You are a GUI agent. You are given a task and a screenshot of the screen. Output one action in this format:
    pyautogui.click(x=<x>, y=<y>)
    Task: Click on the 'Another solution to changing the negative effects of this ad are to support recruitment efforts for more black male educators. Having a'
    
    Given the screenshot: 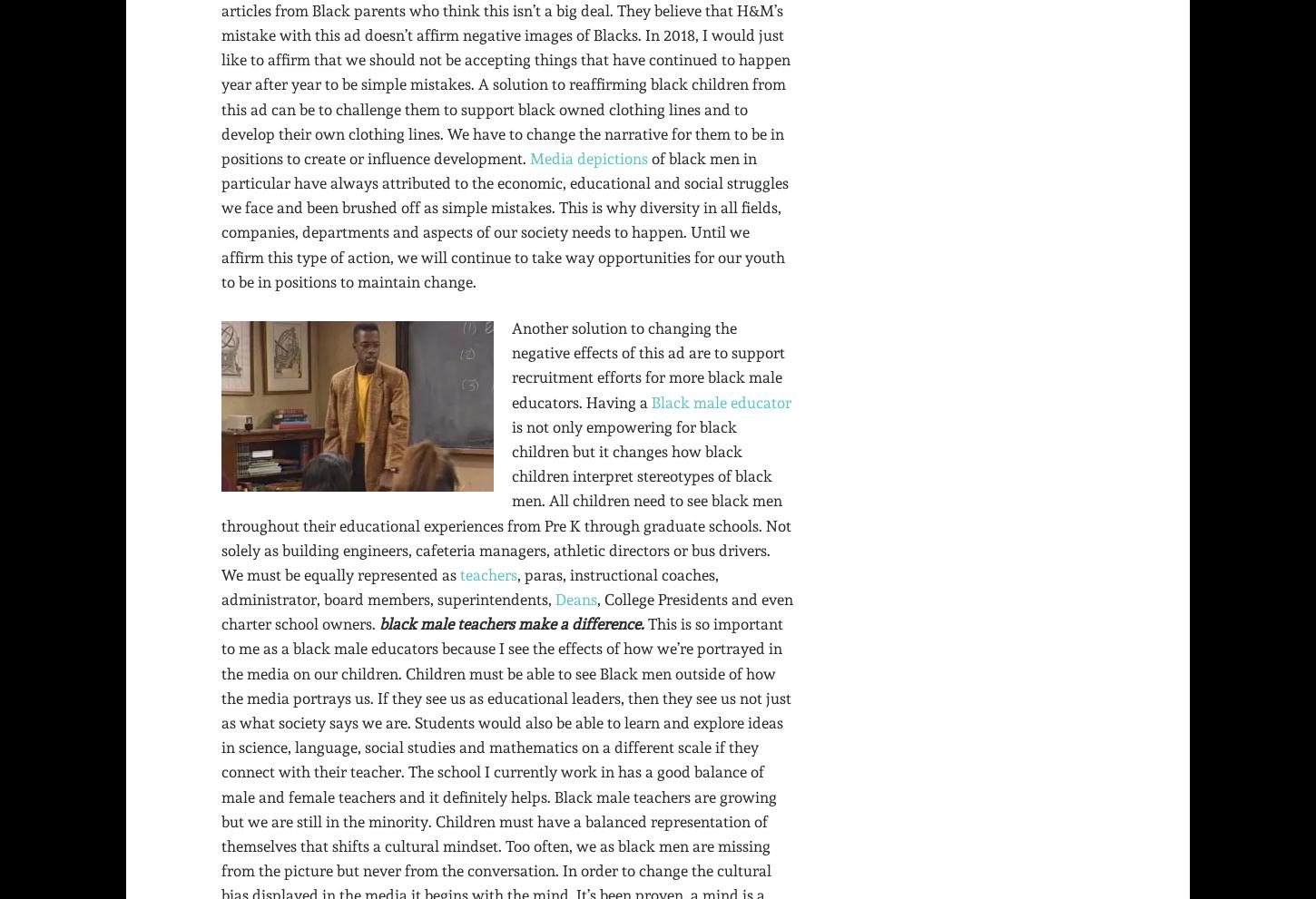 What is the action you would take?
    pyautogui.click(x=647, y=364)
    